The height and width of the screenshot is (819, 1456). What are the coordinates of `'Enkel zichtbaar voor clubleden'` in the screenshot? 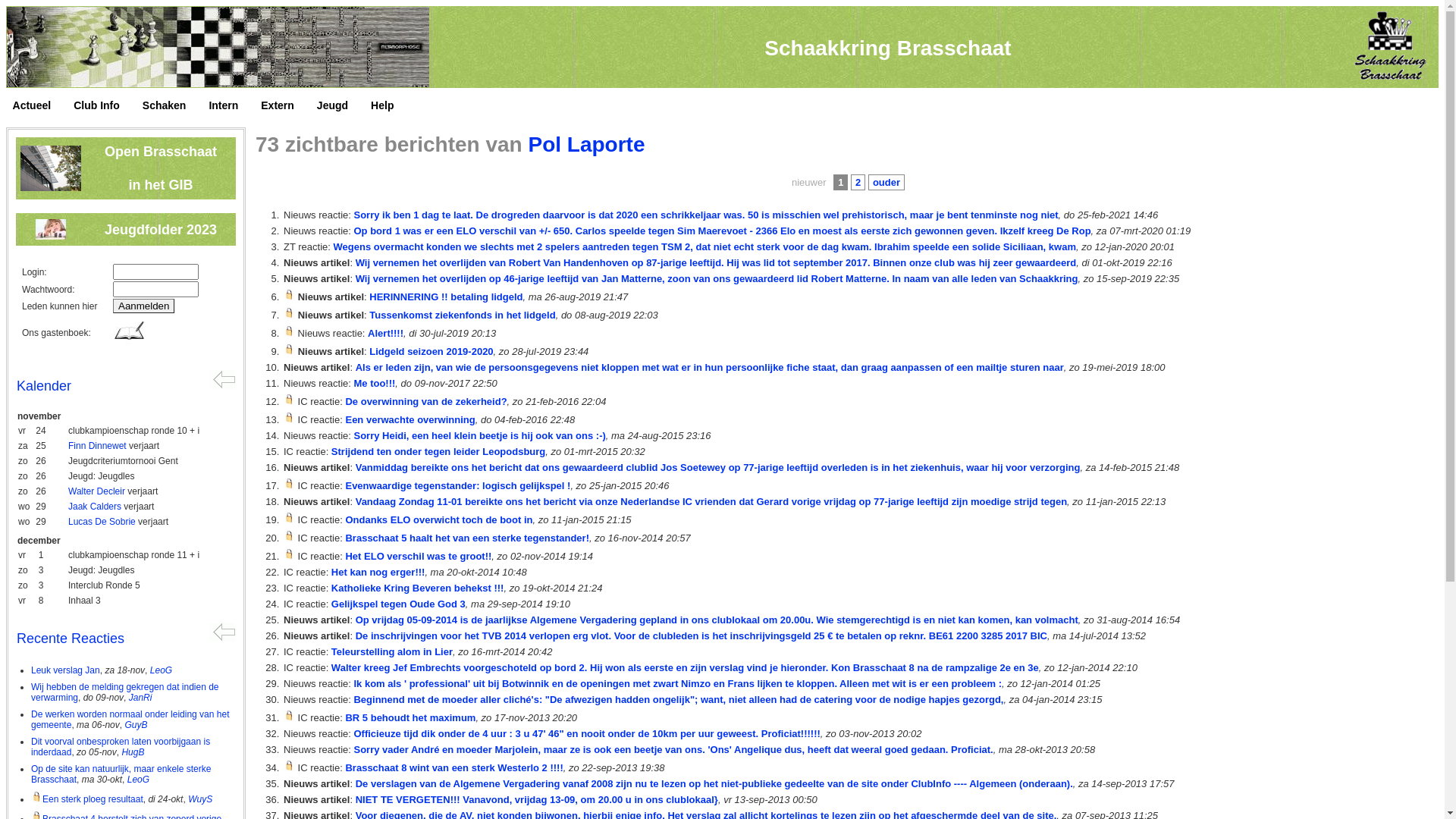 It's located at (284, 312).